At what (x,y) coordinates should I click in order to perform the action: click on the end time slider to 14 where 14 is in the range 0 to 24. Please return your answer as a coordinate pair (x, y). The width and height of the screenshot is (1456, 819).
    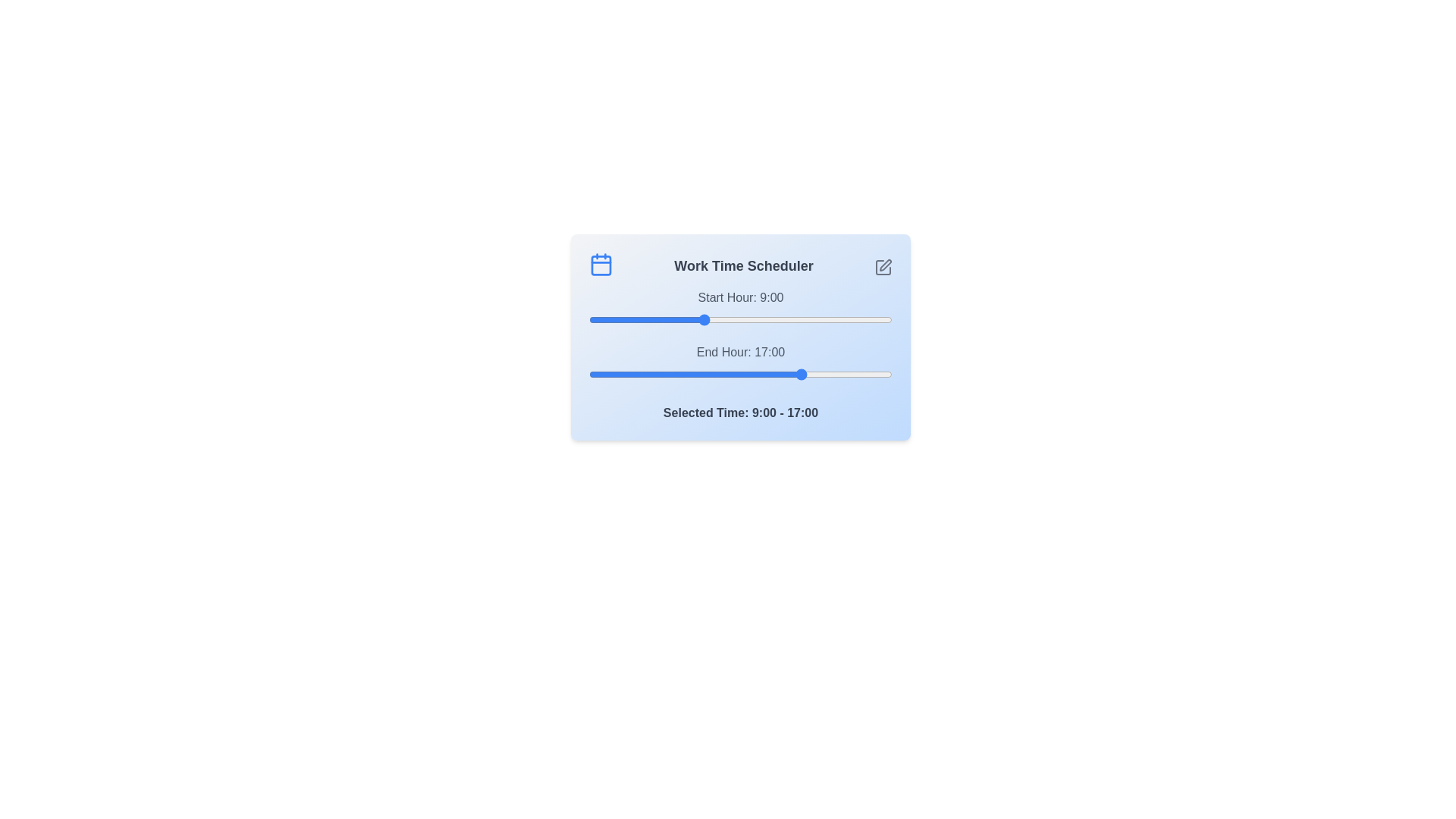
    Looking at the image, I should click on (766, 374).